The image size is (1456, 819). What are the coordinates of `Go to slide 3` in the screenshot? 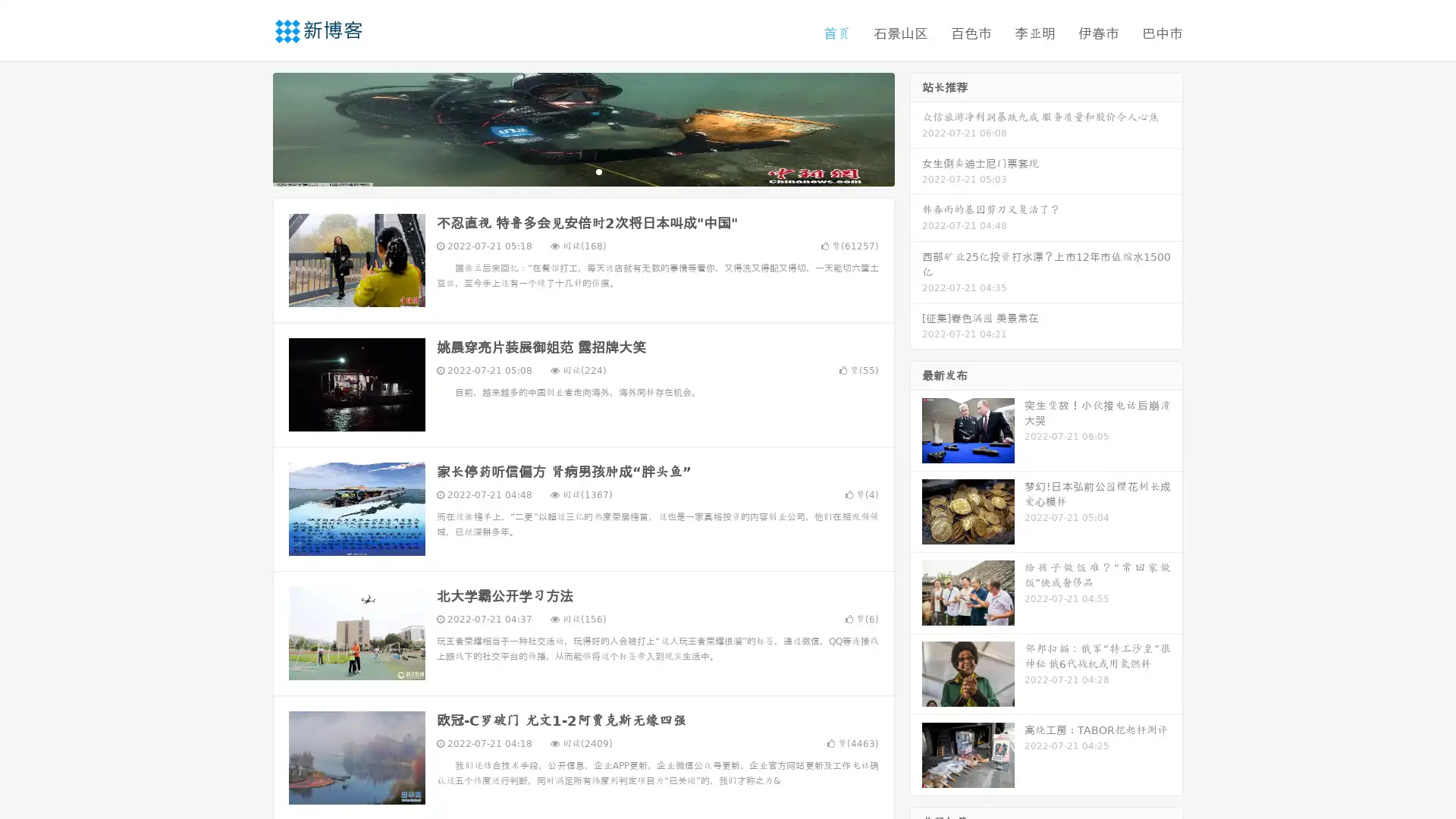 It's located at (598, 171).